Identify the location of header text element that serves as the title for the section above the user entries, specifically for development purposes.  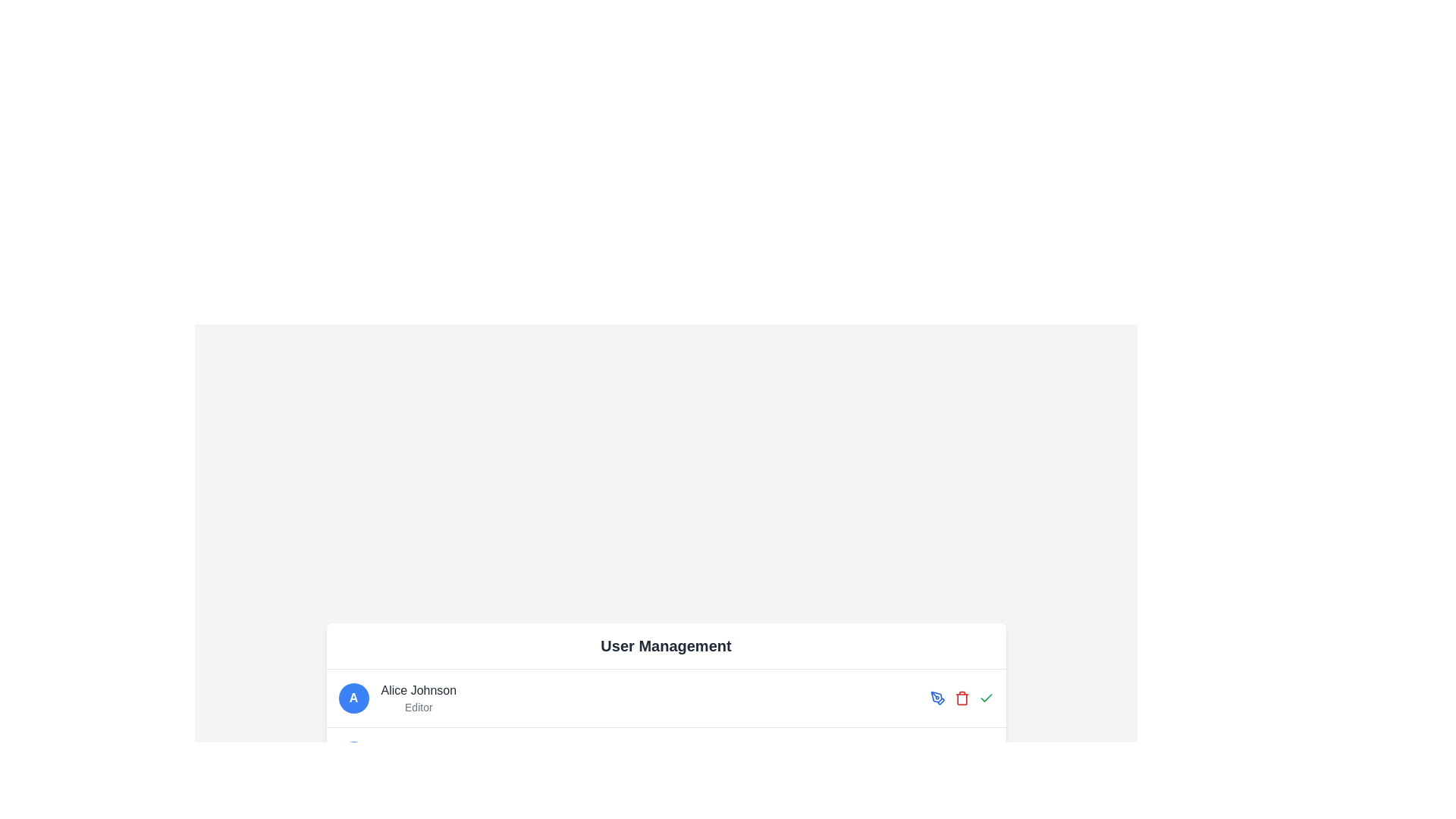
(666, 646).